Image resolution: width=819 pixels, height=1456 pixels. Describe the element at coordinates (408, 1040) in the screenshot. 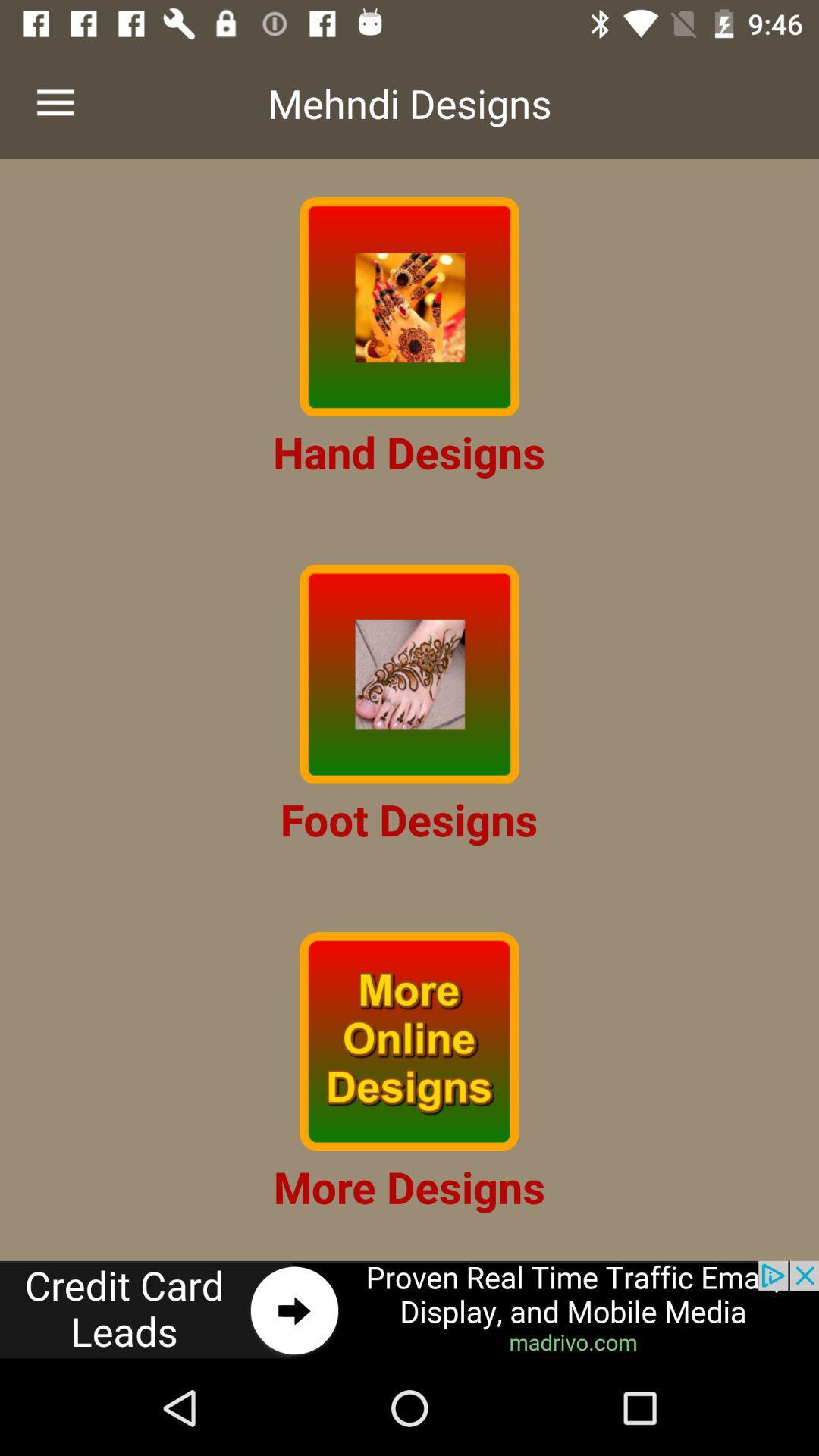

I see `acess more online designs` at that location.